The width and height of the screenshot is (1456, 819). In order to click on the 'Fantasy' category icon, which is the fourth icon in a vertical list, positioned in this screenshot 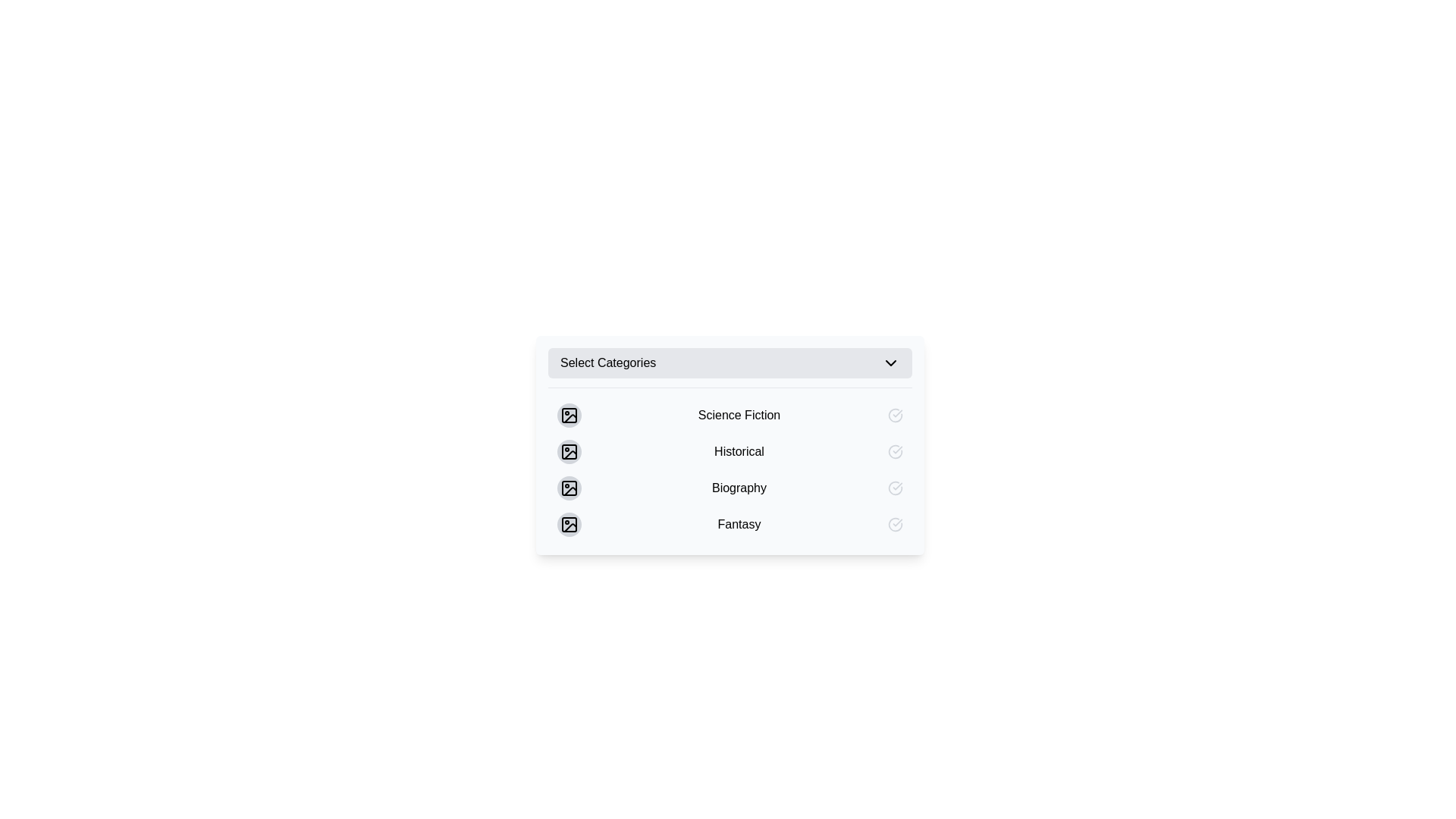, I will do `click(568, 523)`.